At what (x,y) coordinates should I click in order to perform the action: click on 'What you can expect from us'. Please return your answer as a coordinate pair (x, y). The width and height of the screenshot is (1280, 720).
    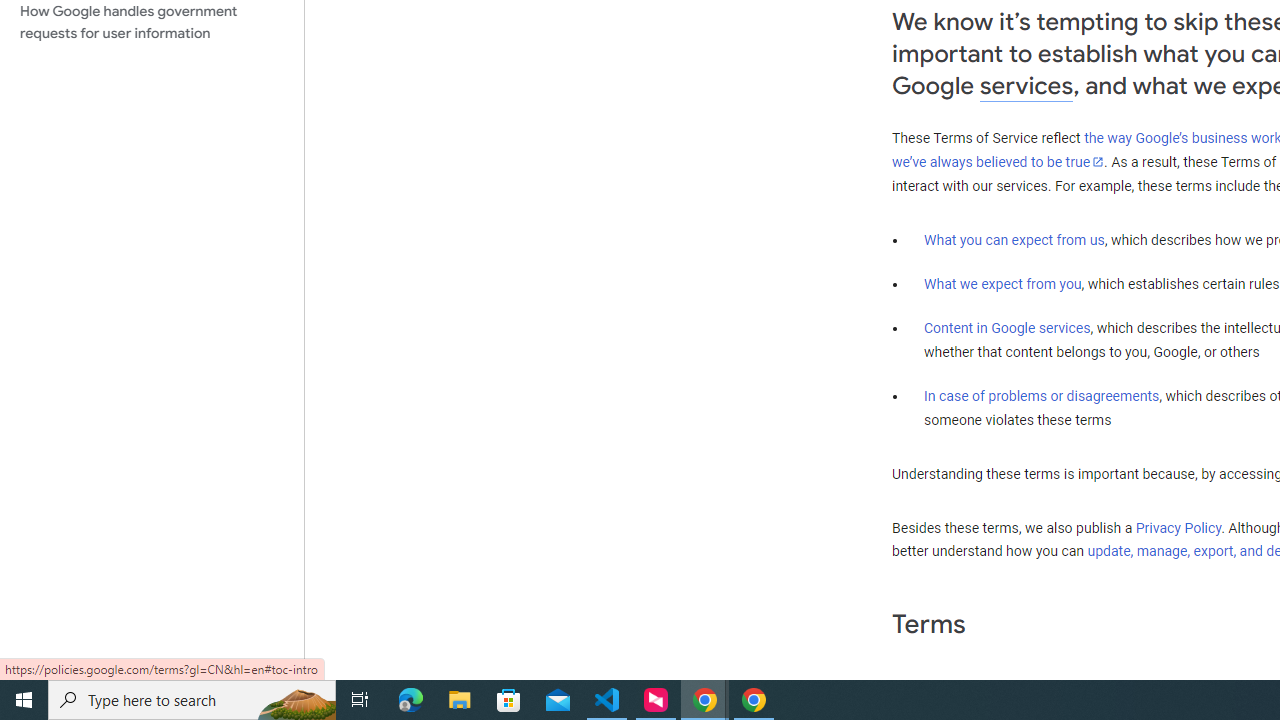
    Looking at the image, I should click on (1014, 239).